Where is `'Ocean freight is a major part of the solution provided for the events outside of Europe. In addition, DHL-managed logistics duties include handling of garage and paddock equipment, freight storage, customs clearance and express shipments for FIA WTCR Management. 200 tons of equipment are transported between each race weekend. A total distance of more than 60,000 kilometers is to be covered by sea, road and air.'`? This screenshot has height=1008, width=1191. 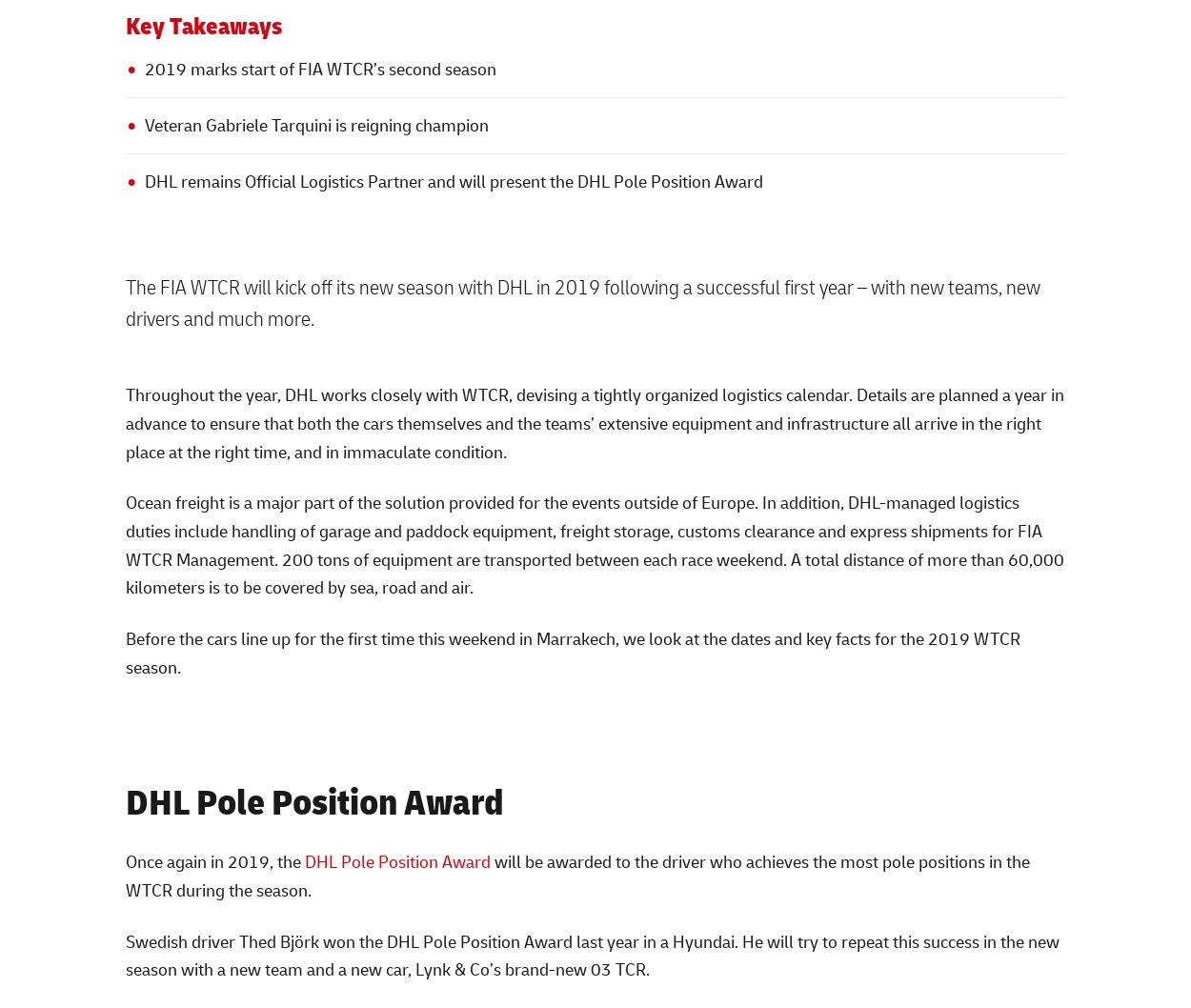
'Ocean freight is a major part of the solution provided for the events outside of Europe. In addition, DHL-managed logistics duties include handling of garage and paddock equipment, freight storage, customs clearance and express shipments for FIA WTCR Management. 200 tons of equipment are transported between each race weekend. A total distance of more than 60,000 kilometers is to be covered by sea, road and air.' is located at coordinates (125, 544).